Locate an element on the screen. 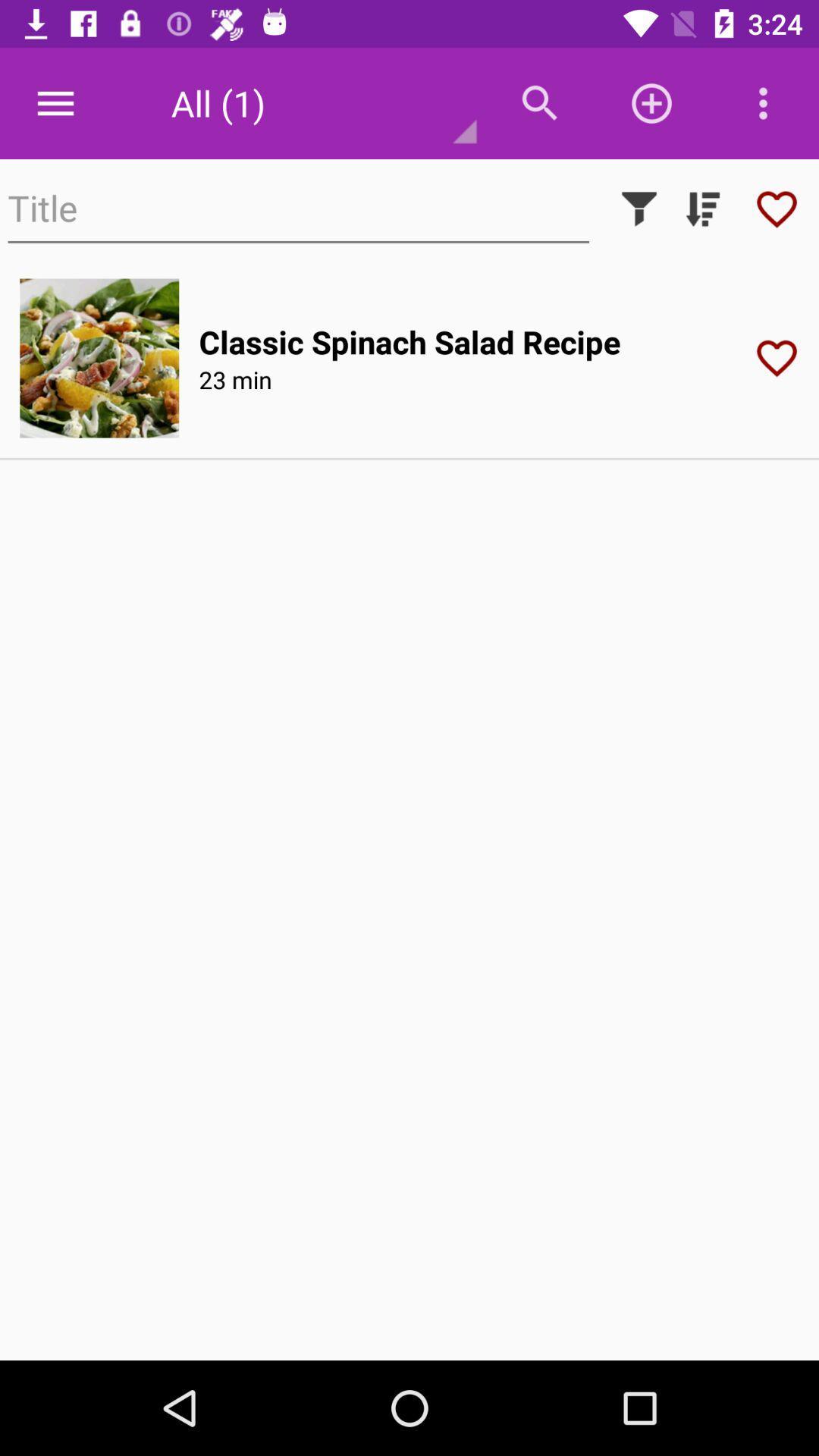 This screenshot has width=819, height=1456. icon above classic spinach salad icon is located at coordinates (639, 208).